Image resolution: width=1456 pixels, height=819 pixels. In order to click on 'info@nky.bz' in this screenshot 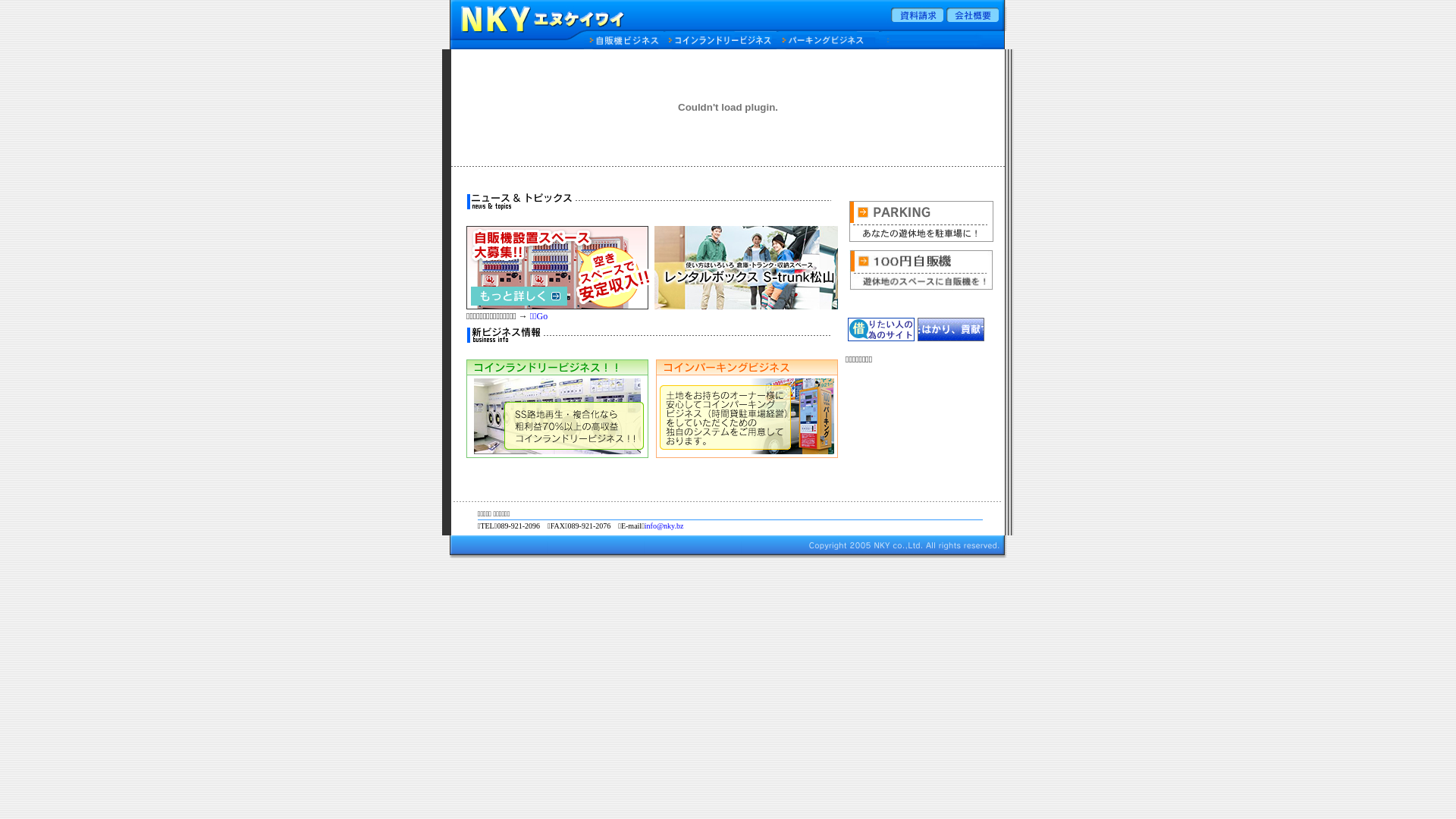, I will do `click(664, 525)`.